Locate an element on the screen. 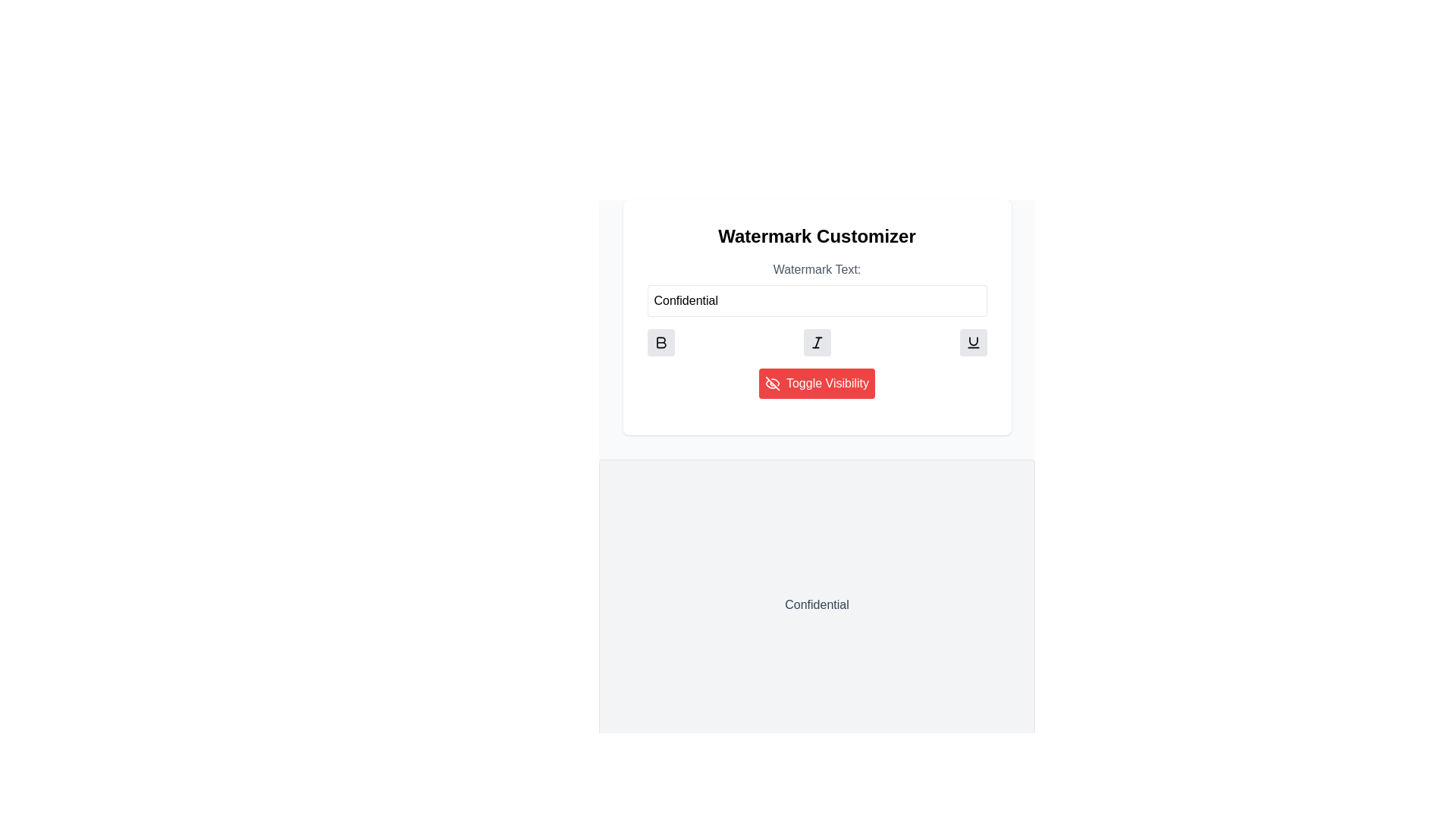 This screenshot has height=819, width=1456. the underlined 'U' icon button is located at coordinates (973, 342).